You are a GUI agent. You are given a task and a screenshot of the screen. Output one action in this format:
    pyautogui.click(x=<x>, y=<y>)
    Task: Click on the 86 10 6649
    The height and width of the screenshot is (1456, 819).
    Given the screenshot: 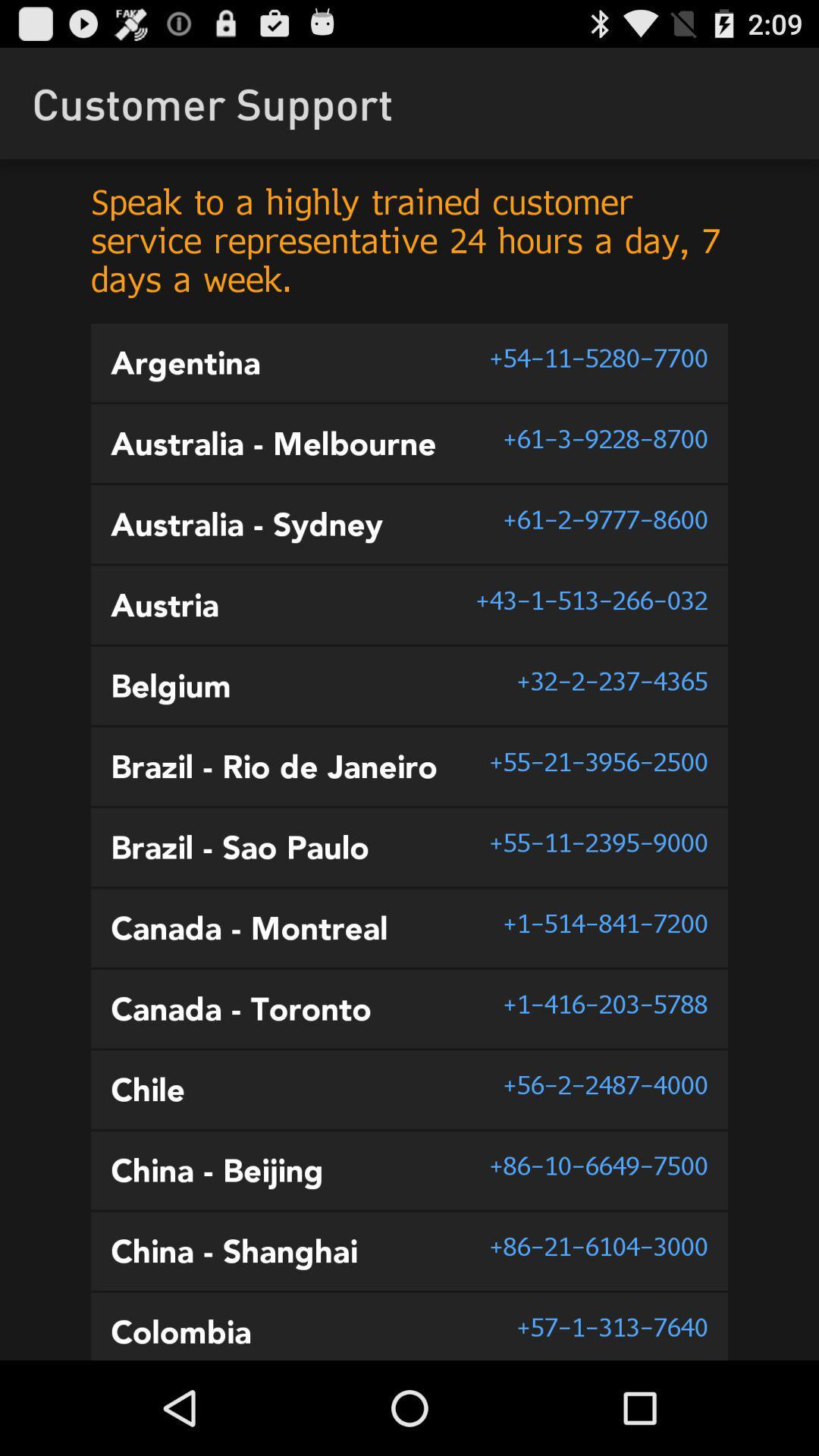 What is the action you would take?
    pyautogui.click(x=598, y=1165)
    